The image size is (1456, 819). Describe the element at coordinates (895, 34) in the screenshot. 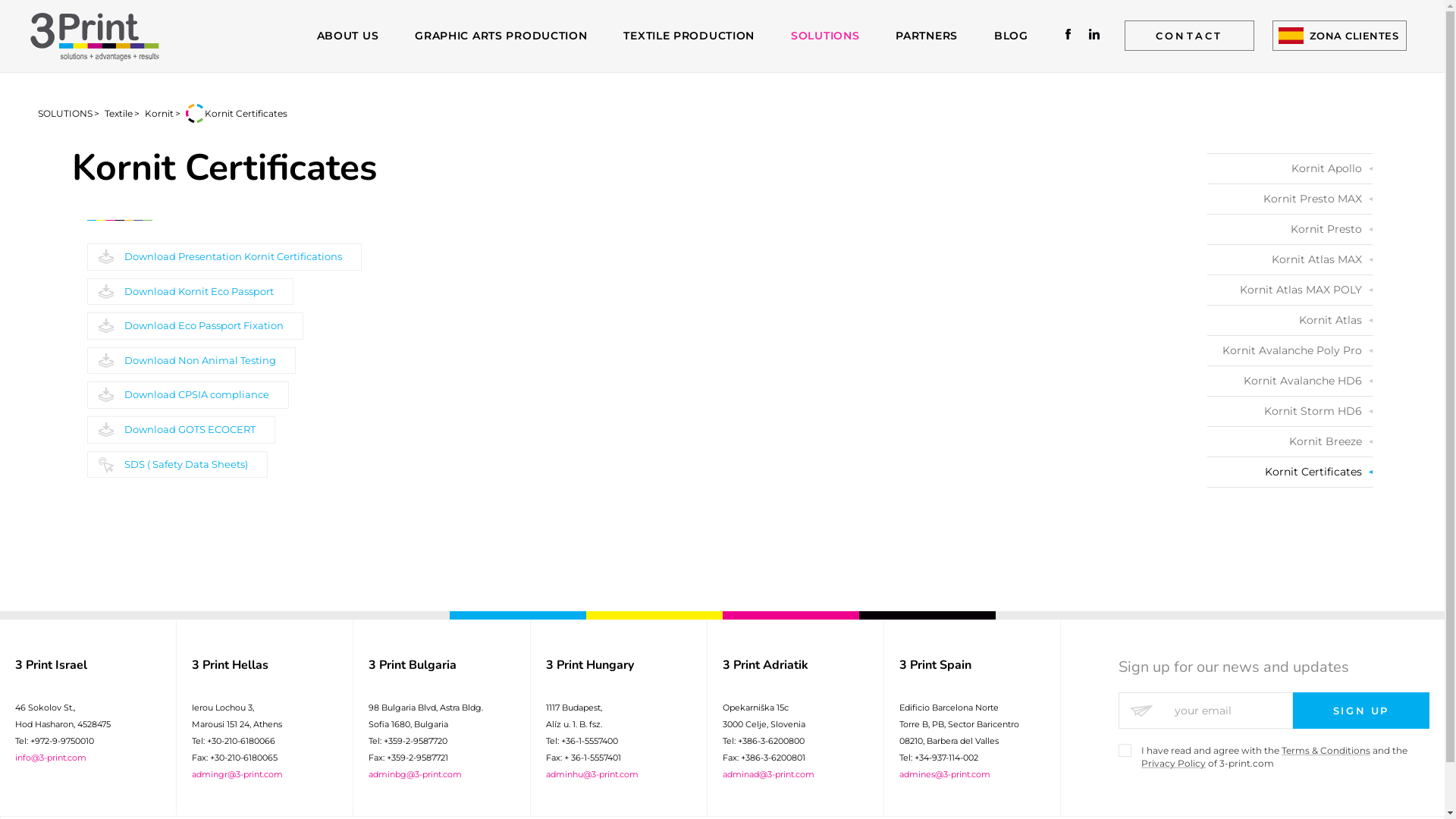

I see `'PARTNERS'` at that location.